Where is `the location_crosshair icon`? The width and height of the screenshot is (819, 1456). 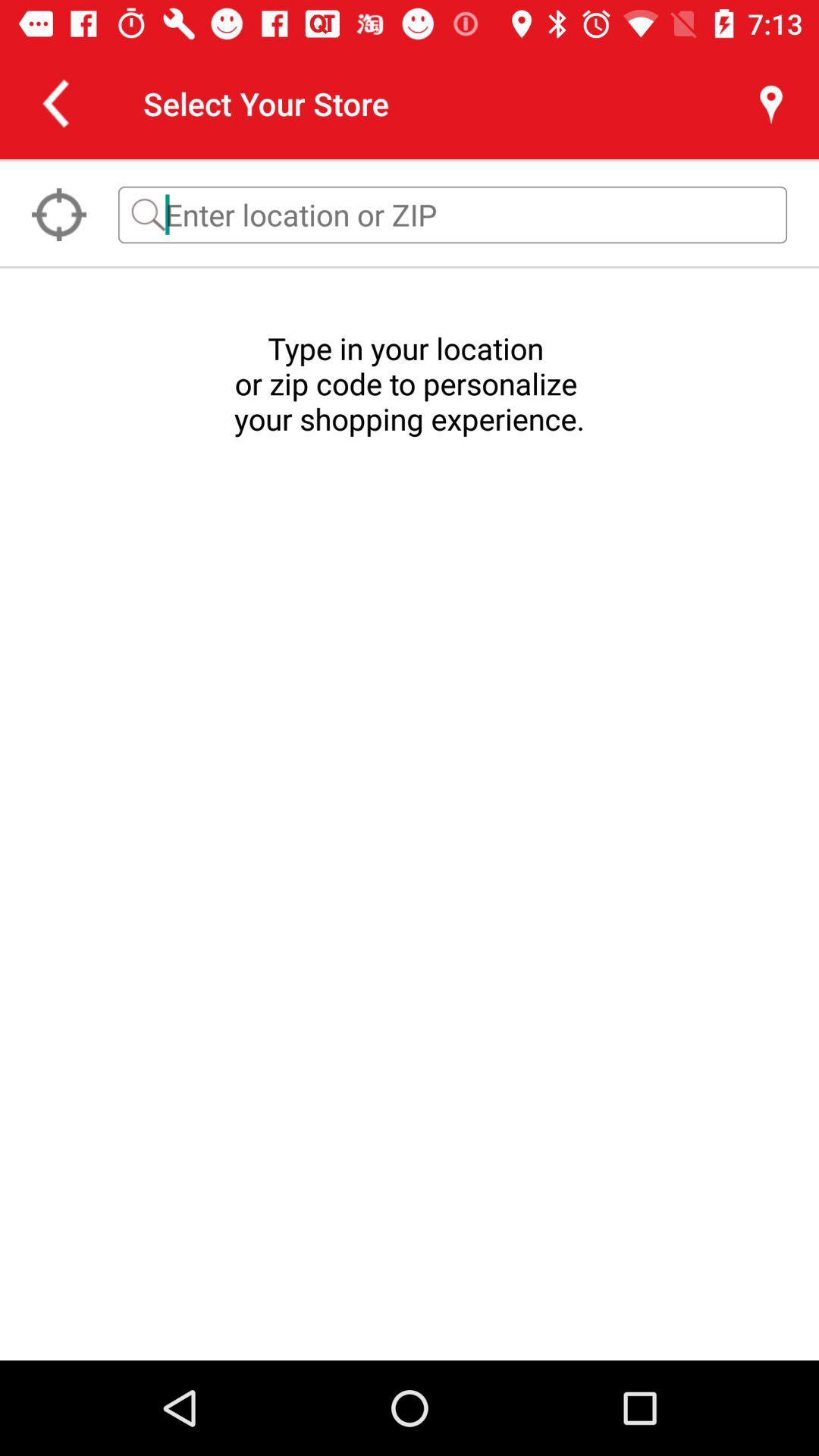 the location_crosshair icon is located at coordinates (58, 214).